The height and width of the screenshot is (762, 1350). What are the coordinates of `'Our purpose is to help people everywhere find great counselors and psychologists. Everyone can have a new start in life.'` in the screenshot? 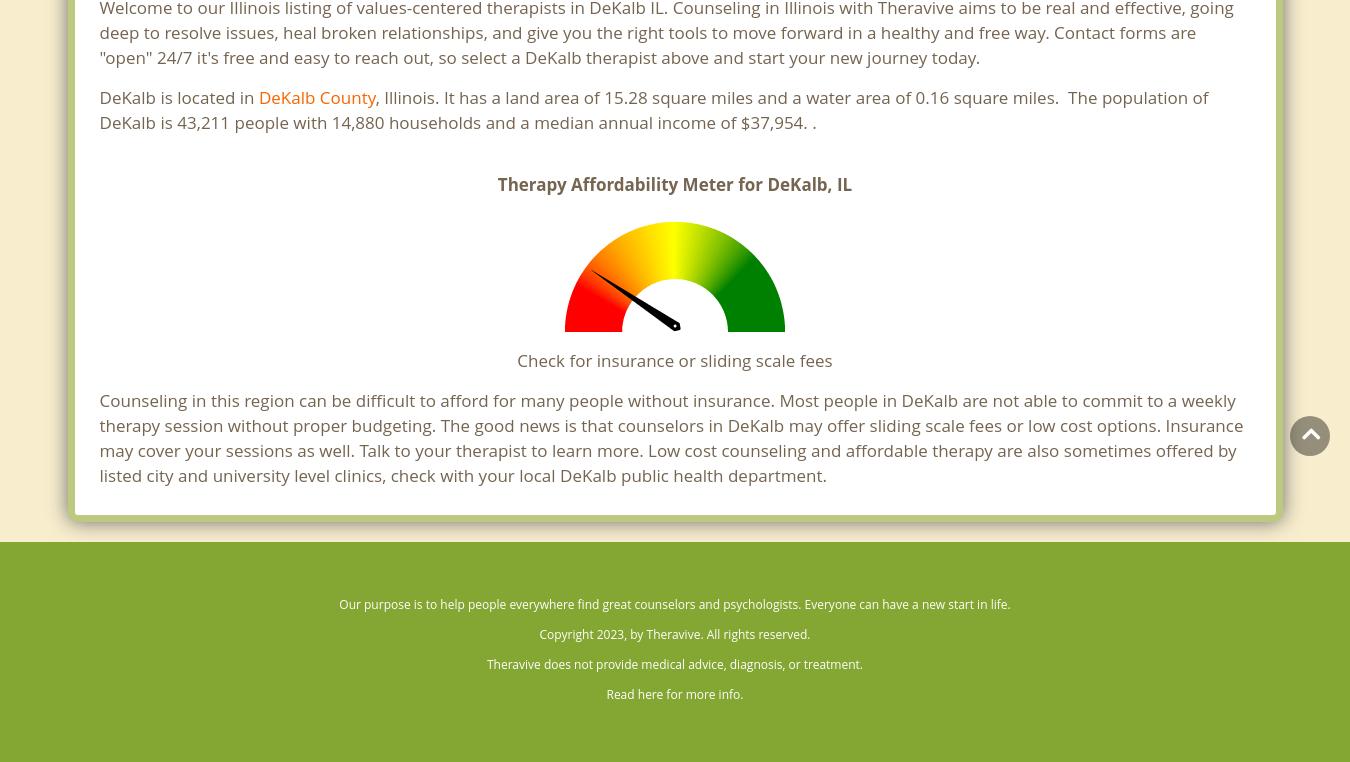 It's located at (674, 604).